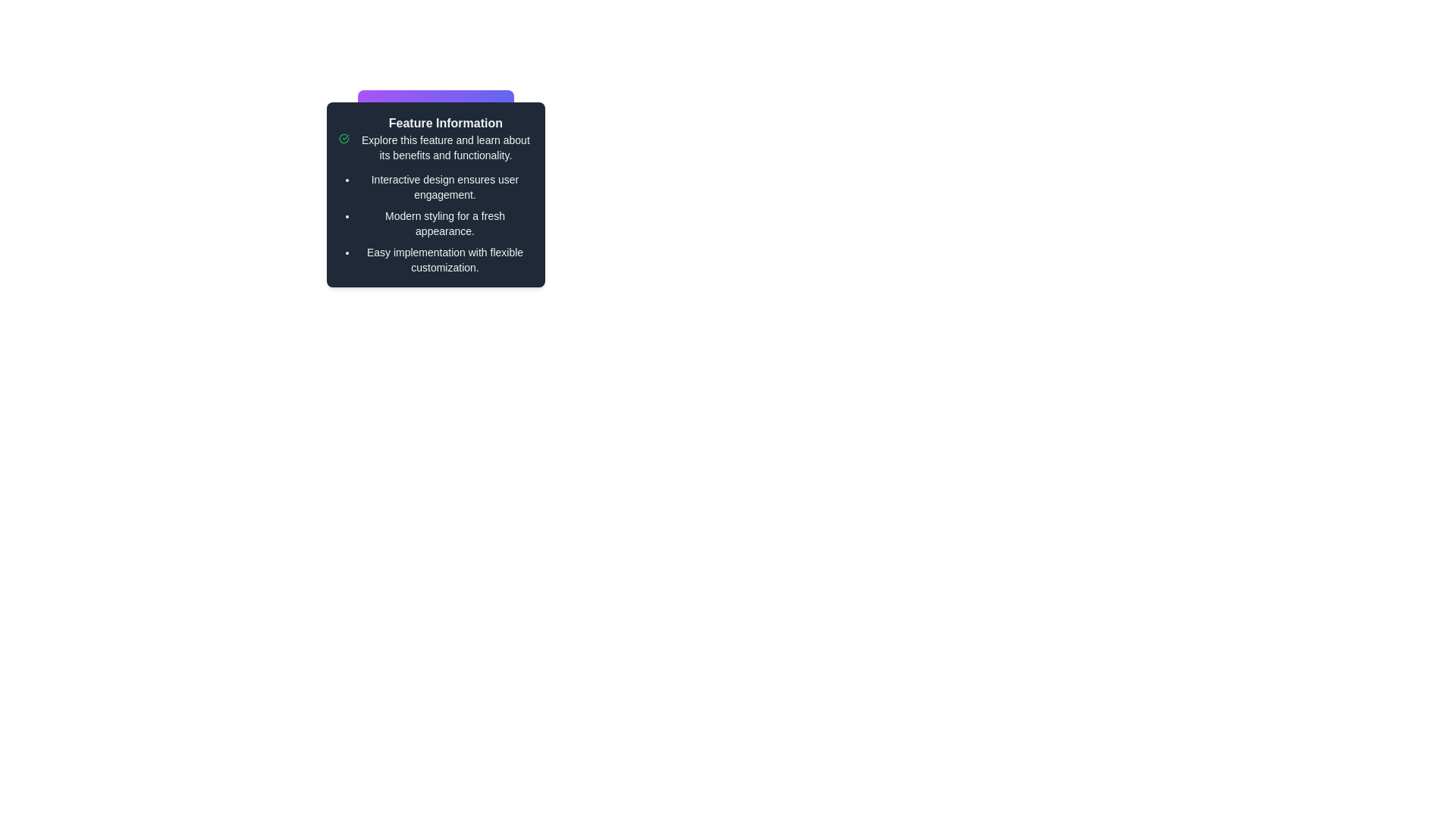 This screenshot has width=1456, height=819. I want to click on the 'Feature Information' header, which is a prominently styled text header located at the top-center of a card component with a dark background, so click(444, 122).